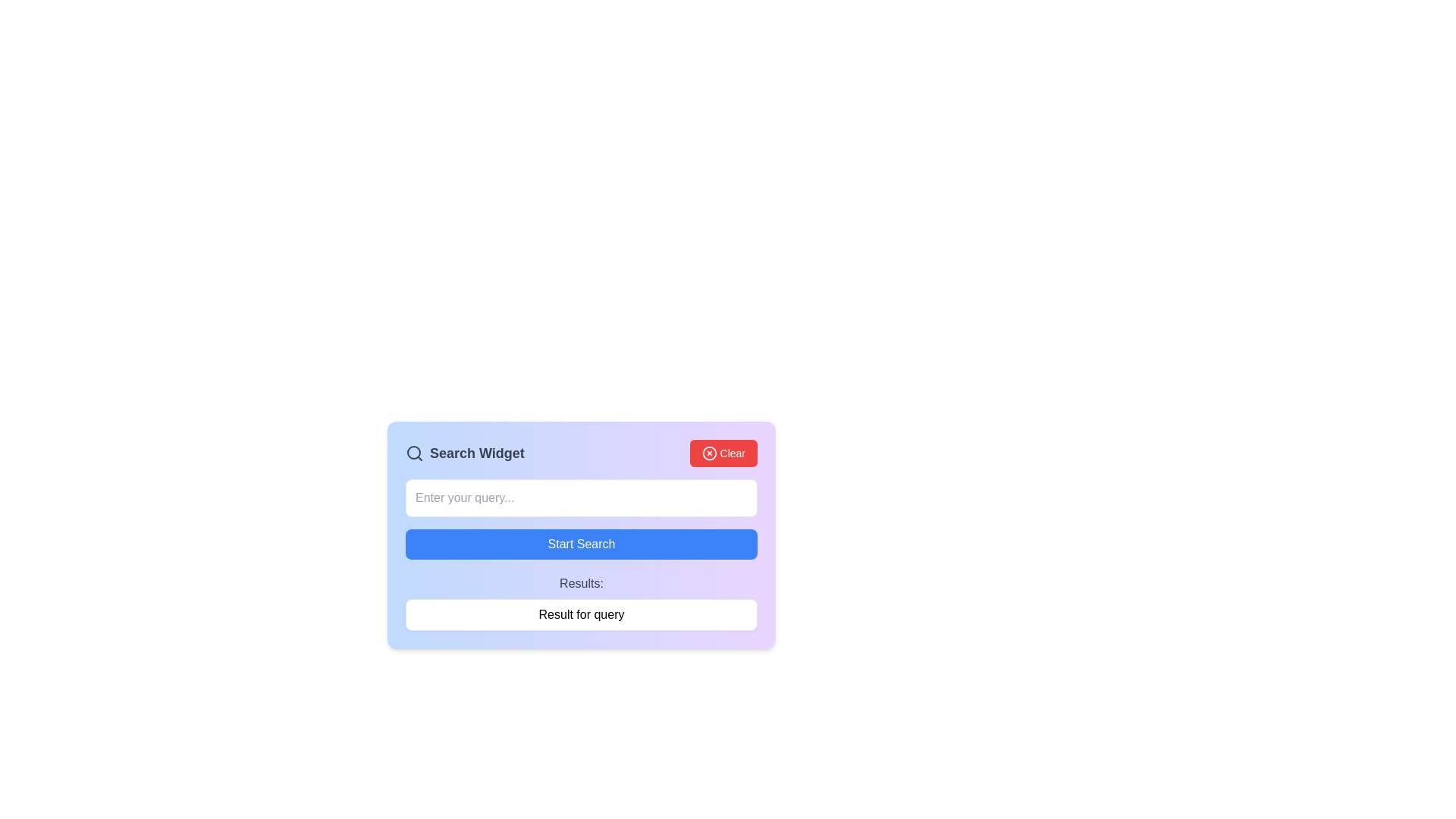  What do you see at coordinates (708, 452) in the screenshot?
I see `the icon that visually identifies the 'Clear' button, located to the left of the text label 'Clear'` at bounding box center [708, 452].